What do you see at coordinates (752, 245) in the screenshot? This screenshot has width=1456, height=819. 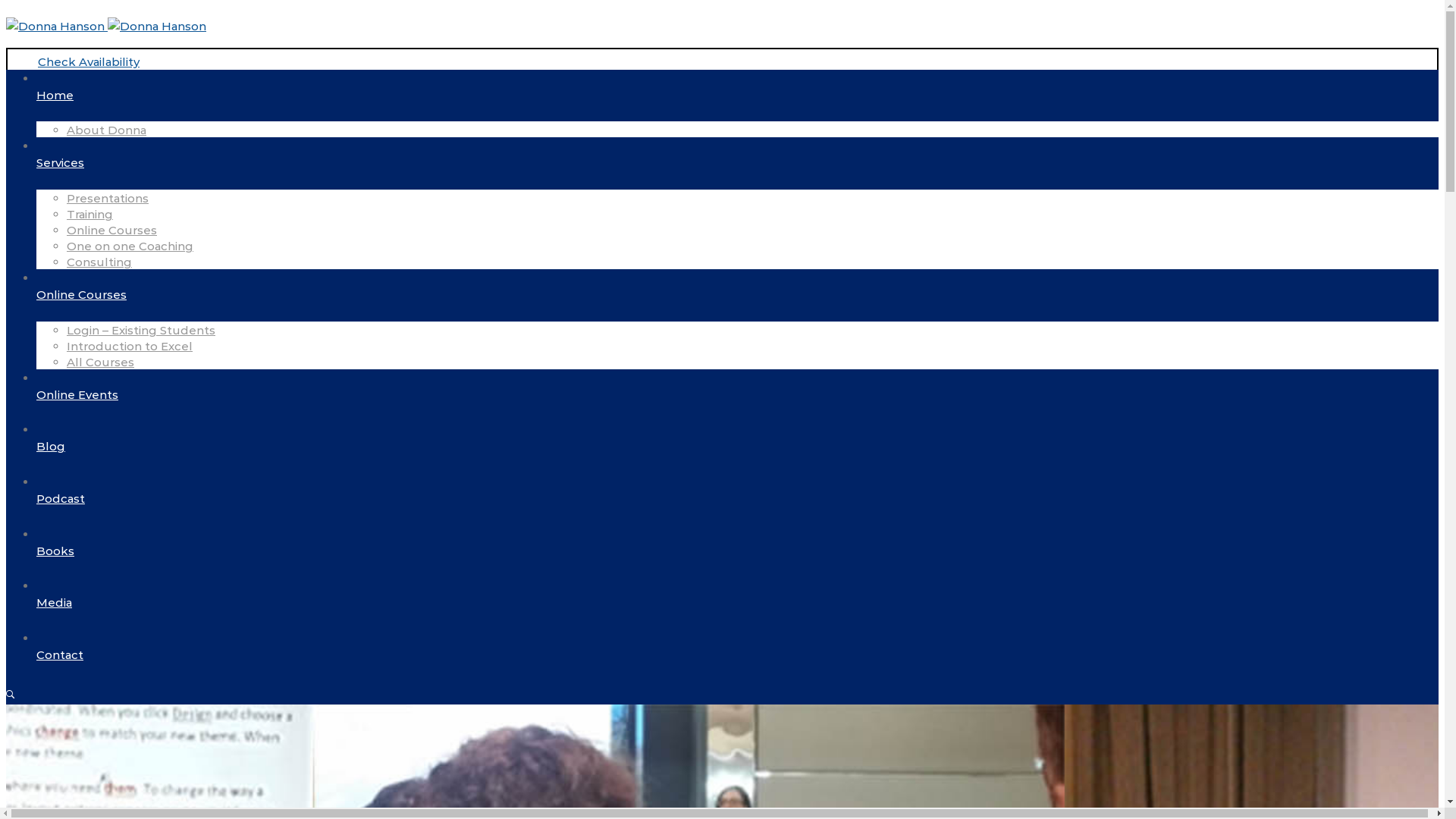 I see `'One on one Coaching'` at bounding box center [752, 245].